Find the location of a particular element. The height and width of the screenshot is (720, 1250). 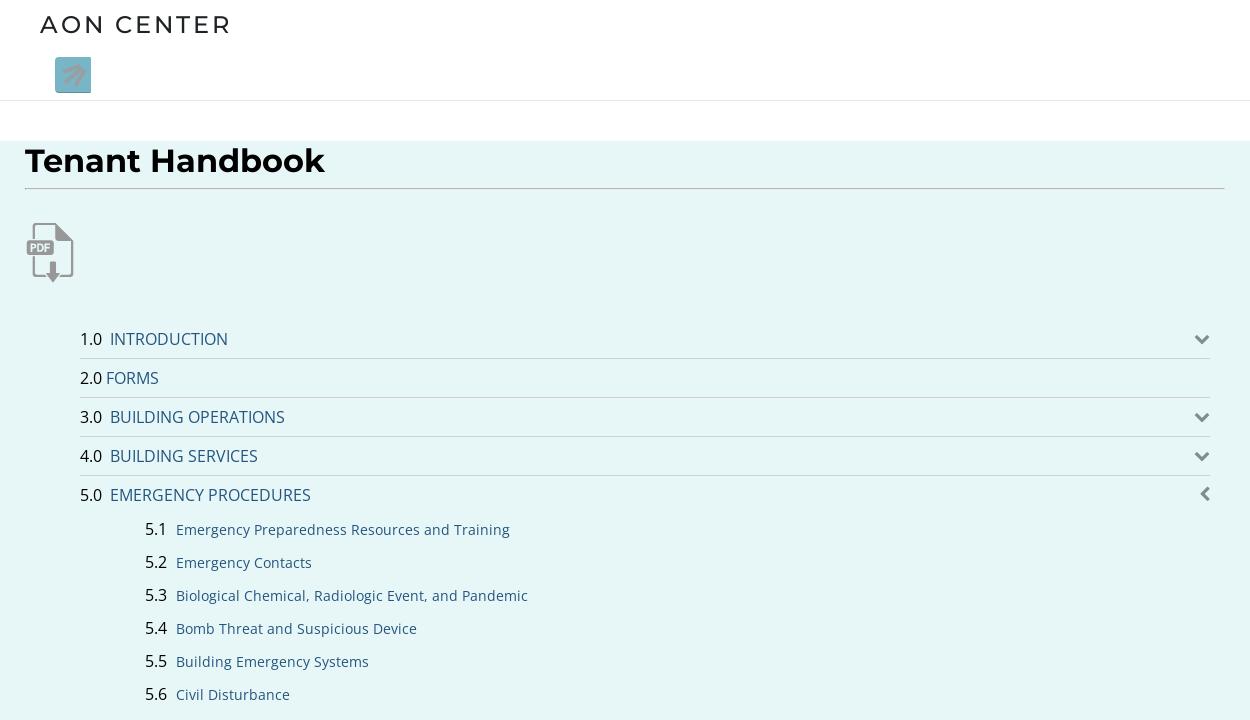

'Introduction' is located at coordinates (168, 337).